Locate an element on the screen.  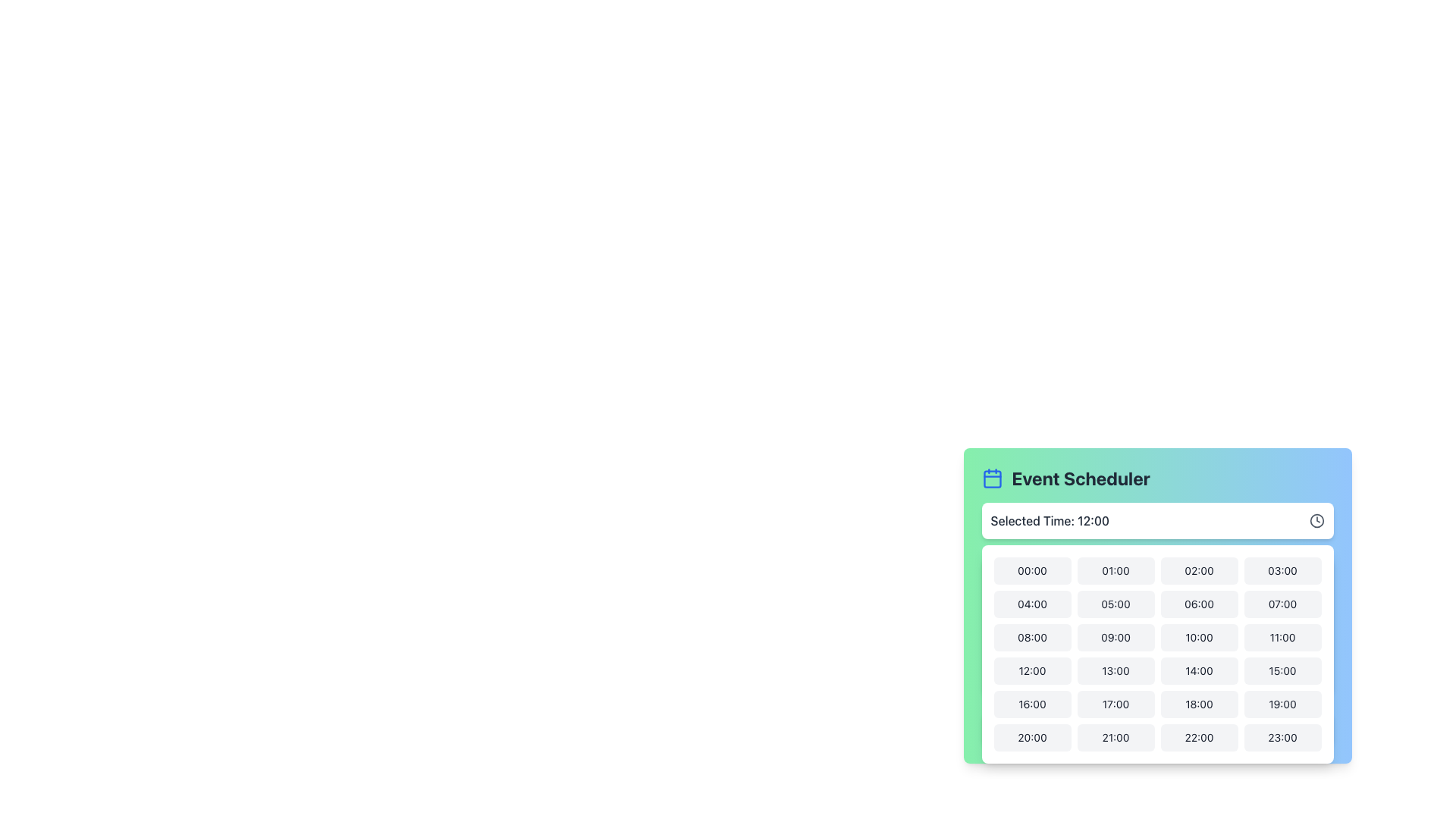
the selectable time slot button for '04:00' in the Event Scheduler is located at coordinates (1031, 604).